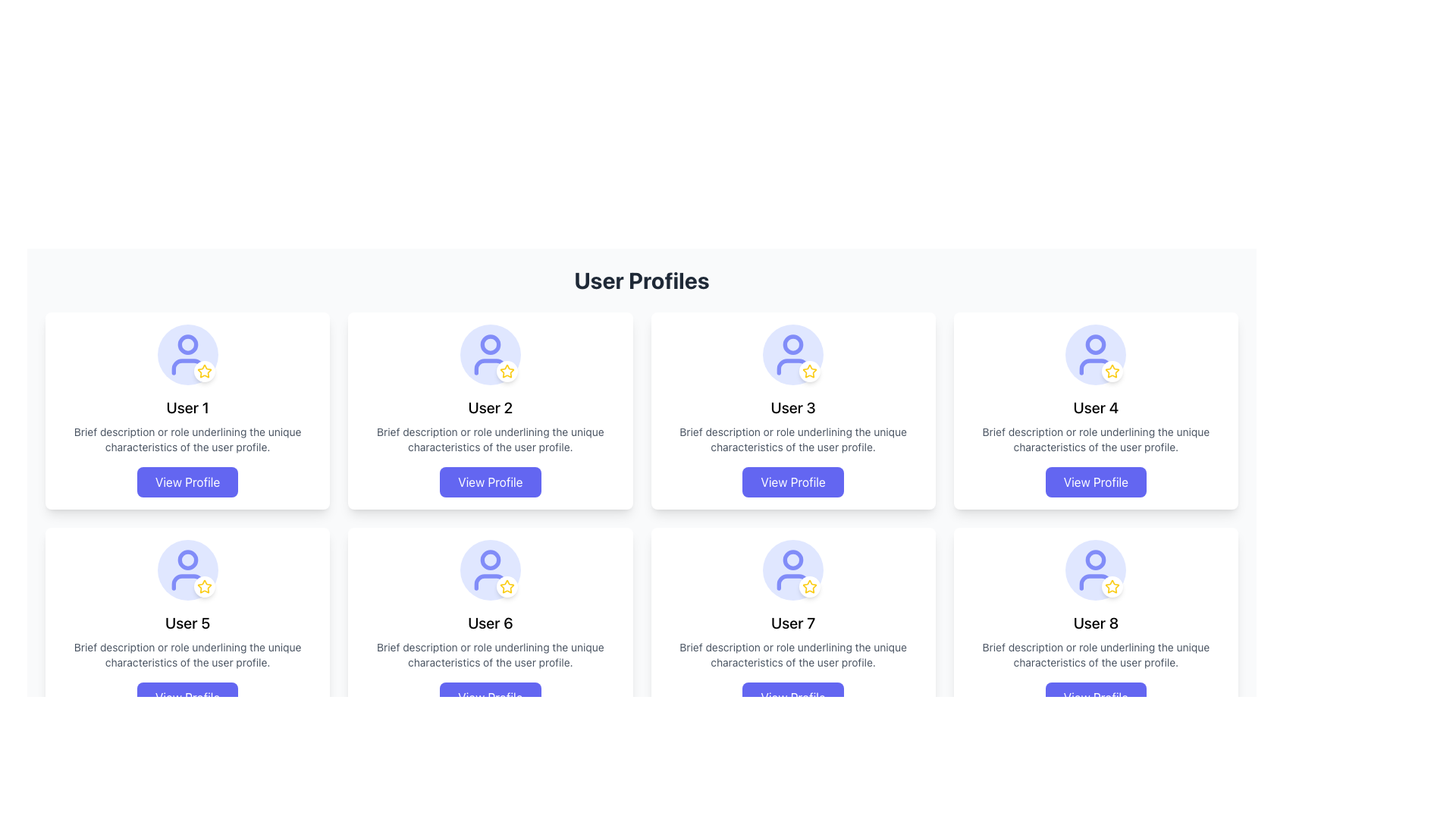 Image resolution: width=1456 pixels, height=819 pixels. I want to click on the user profile picture icon with a star in the bottom-right, located in the card labeled 'User 6' in the second row and third column, so click(490, 570).